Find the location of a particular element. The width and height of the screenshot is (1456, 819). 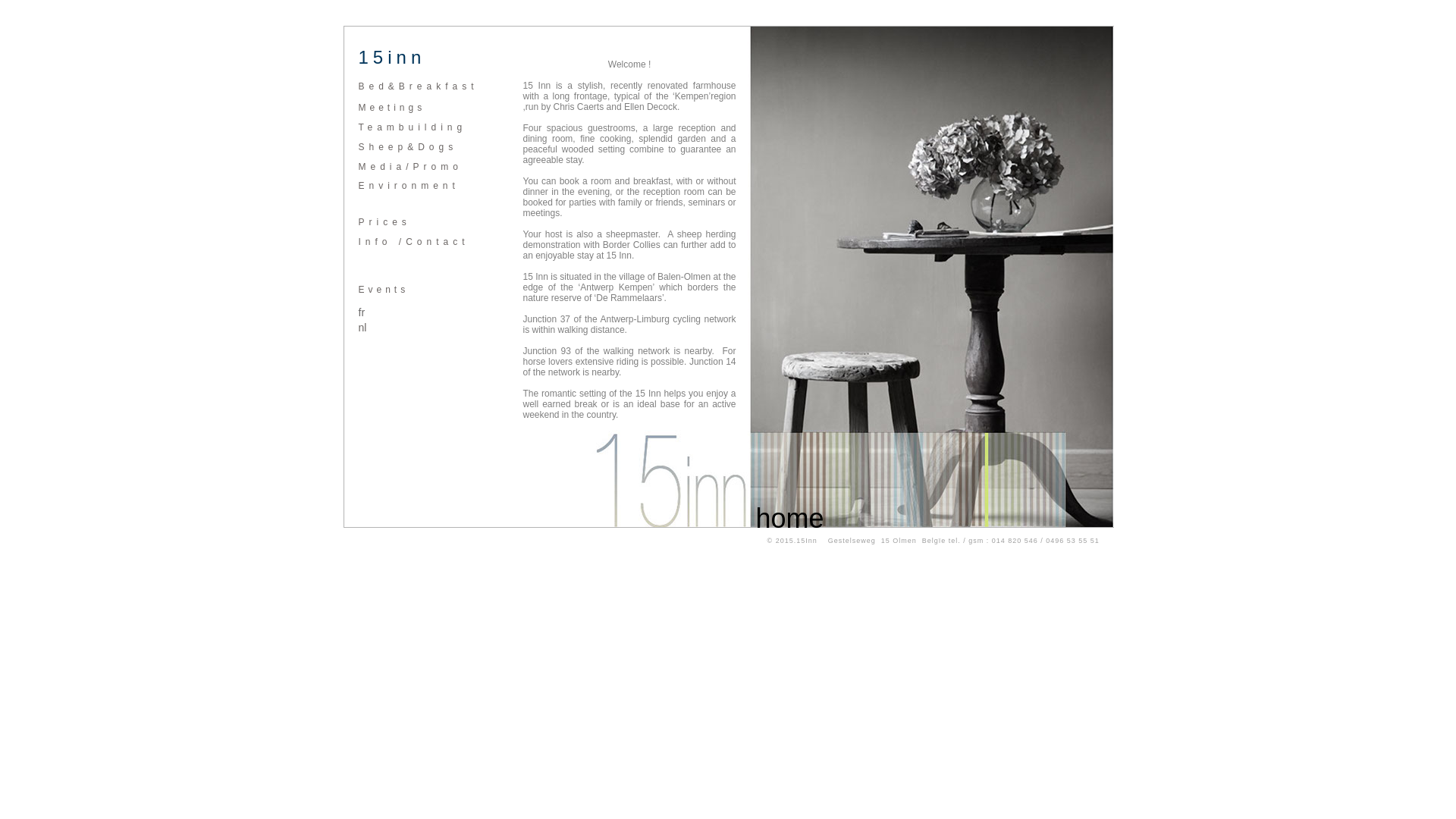

'nl' is located at coordinates (361, 327).